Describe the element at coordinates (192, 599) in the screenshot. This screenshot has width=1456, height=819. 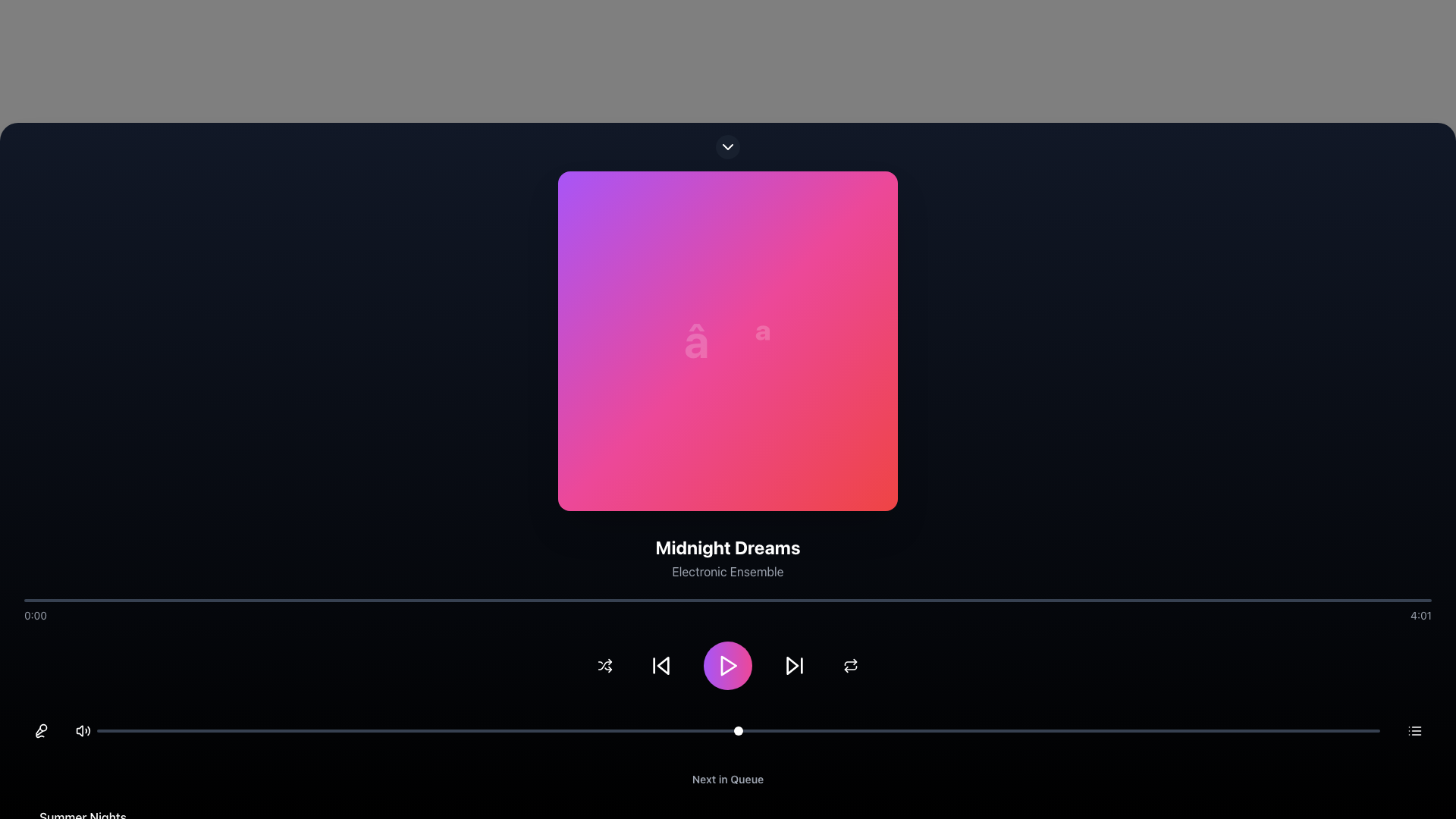
I see `playback position` at that location.